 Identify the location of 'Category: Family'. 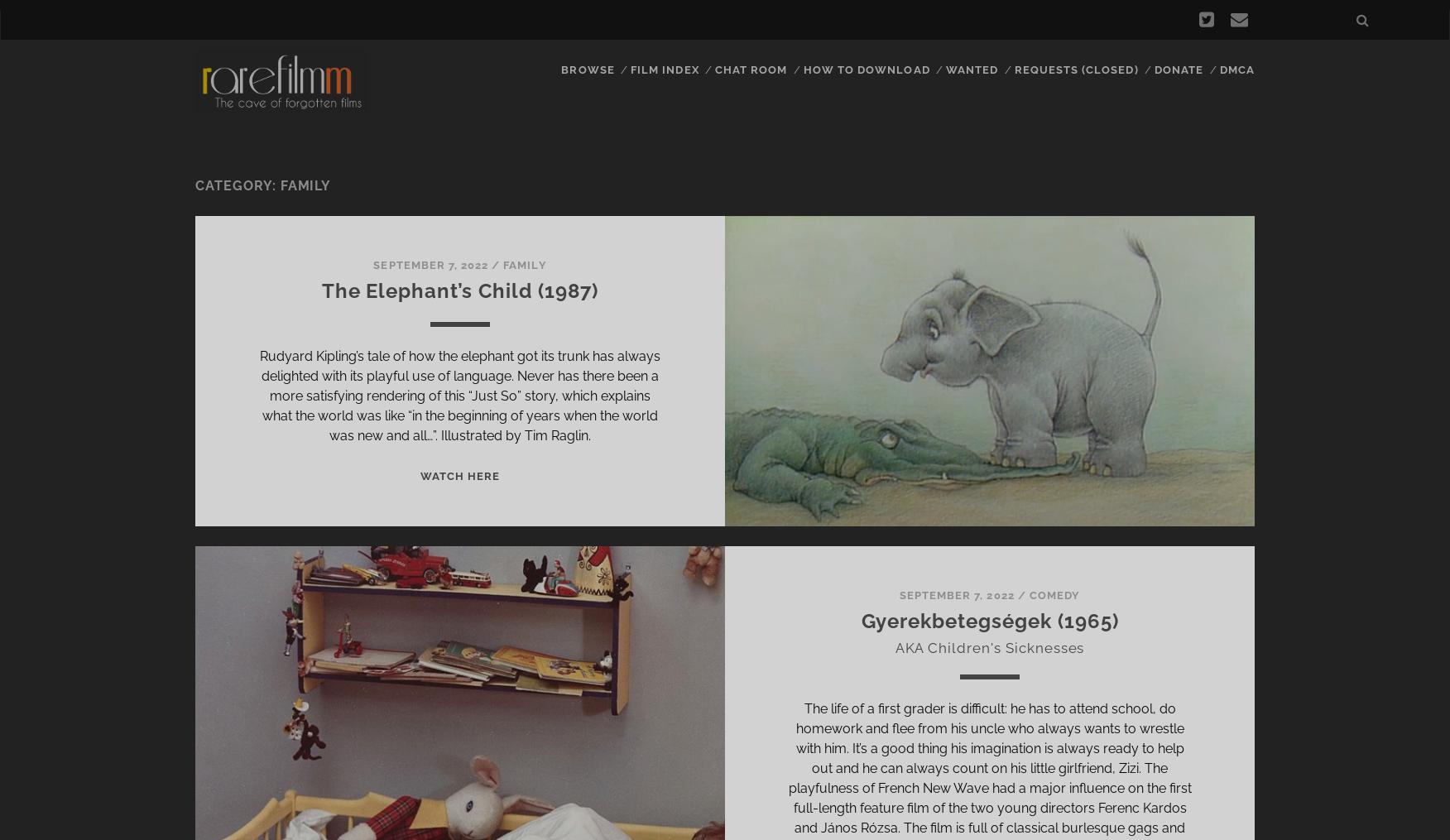
(262, 185).